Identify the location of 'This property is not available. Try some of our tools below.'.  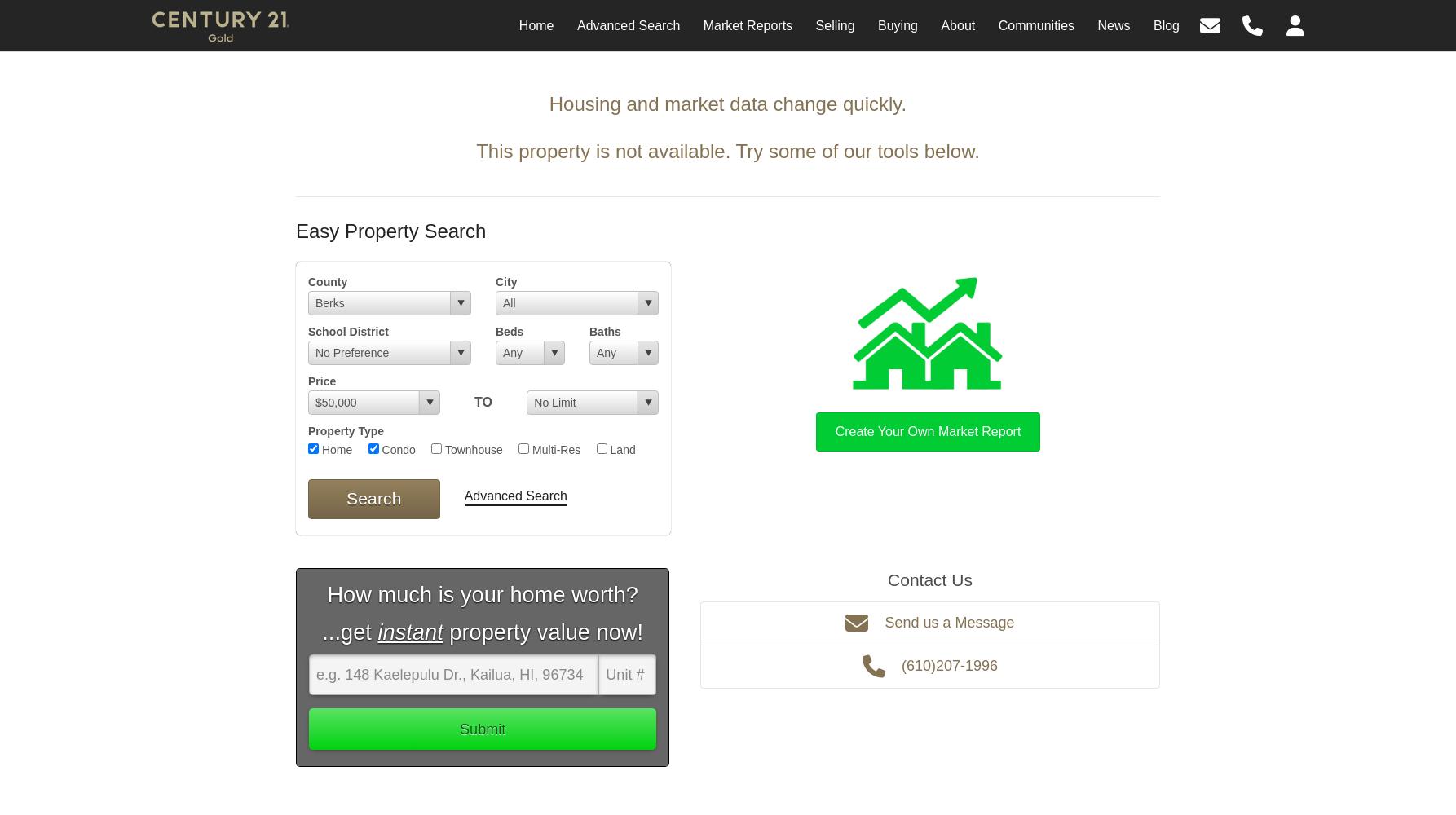
(475, 151).